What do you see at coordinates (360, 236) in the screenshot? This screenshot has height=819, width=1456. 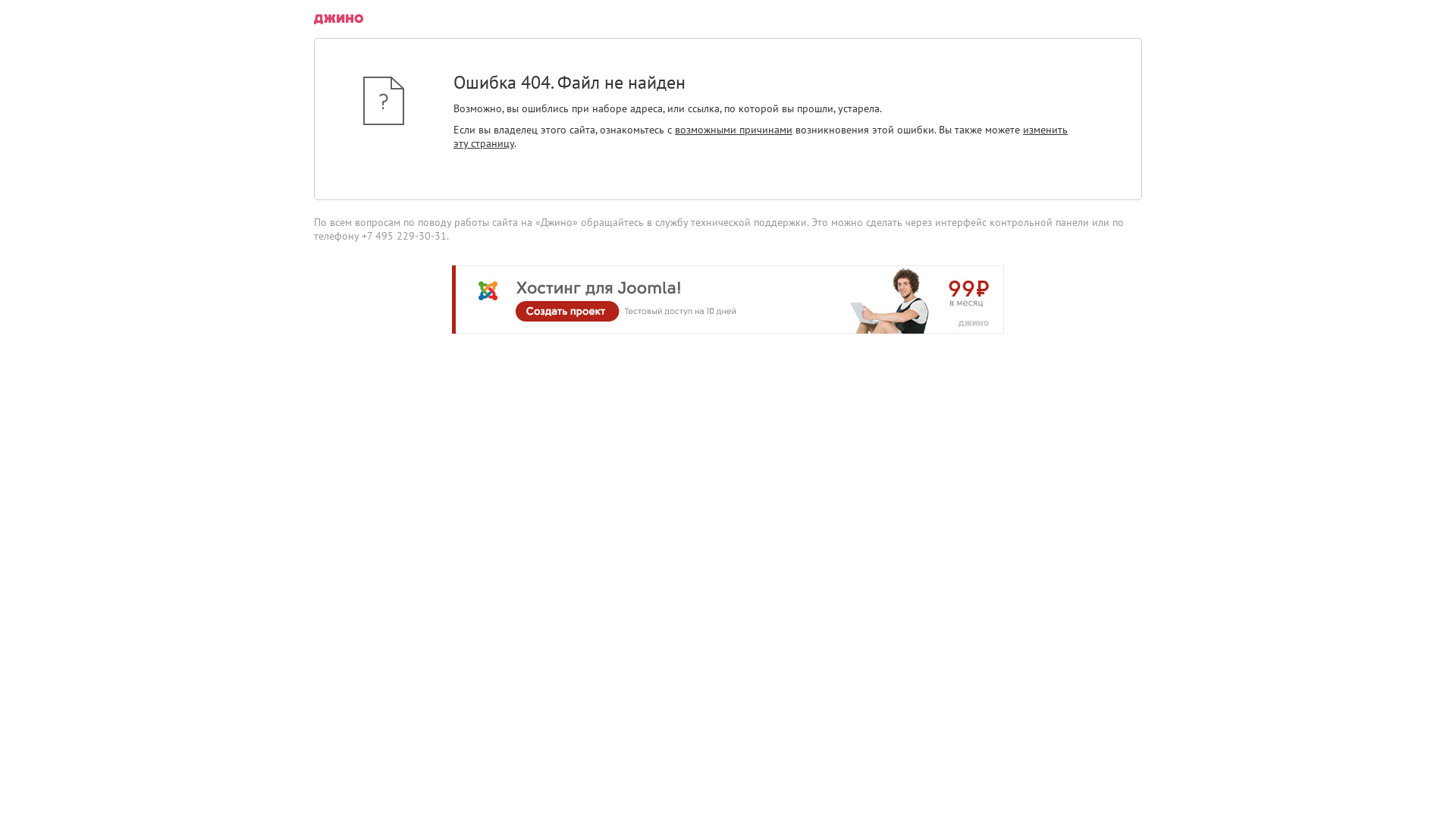 I see `'+7 495 229-30-31'` at bounding box center [360, 236].